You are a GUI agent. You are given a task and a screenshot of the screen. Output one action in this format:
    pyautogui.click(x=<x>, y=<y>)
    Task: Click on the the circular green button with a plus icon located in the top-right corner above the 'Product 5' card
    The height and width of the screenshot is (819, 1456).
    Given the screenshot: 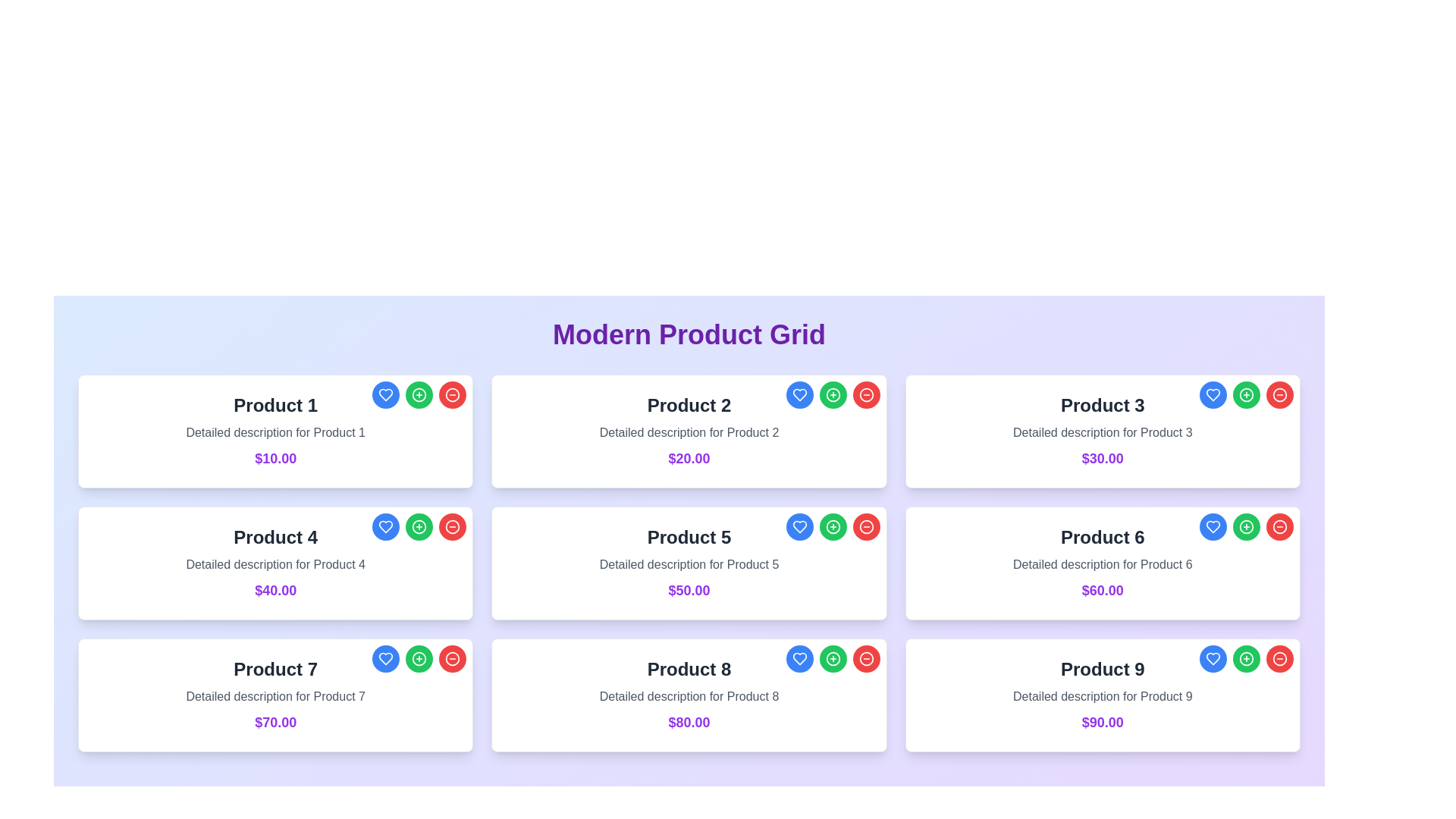 What is the action you would take?
    pyautogui.click(x=832, y=526)
    